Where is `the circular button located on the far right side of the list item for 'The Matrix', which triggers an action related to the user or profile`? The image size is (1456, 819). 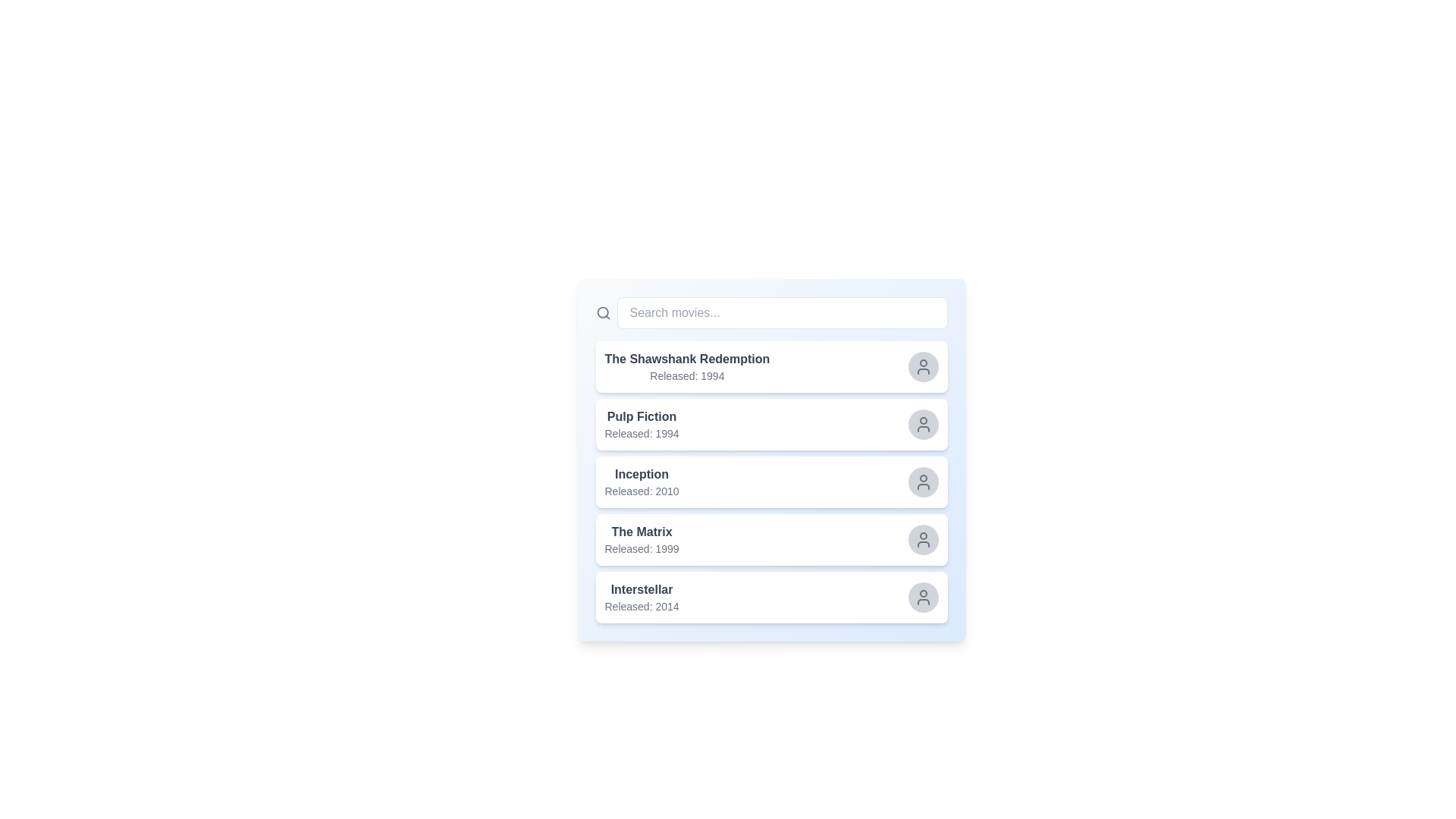 the circular button located on the far right side of the list item for 'The Matrix', which triggers an action related to the user or profile is located at coordinates (922, 539).